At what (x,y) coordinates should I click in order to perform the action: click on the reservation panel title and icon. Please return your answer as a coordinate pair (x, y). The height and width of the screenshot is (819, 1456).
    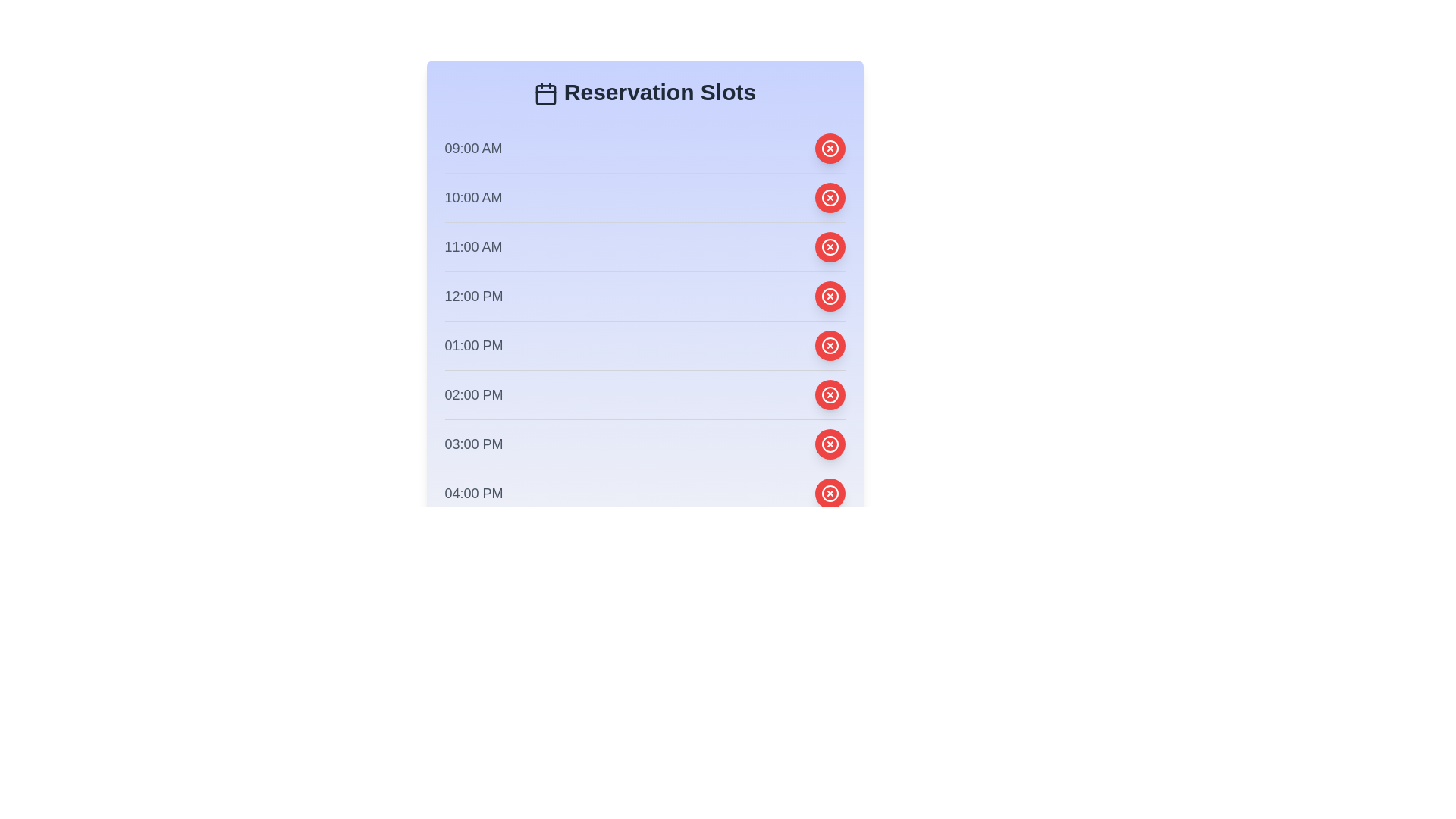
    Looking at the image, I should click on (645, 93).